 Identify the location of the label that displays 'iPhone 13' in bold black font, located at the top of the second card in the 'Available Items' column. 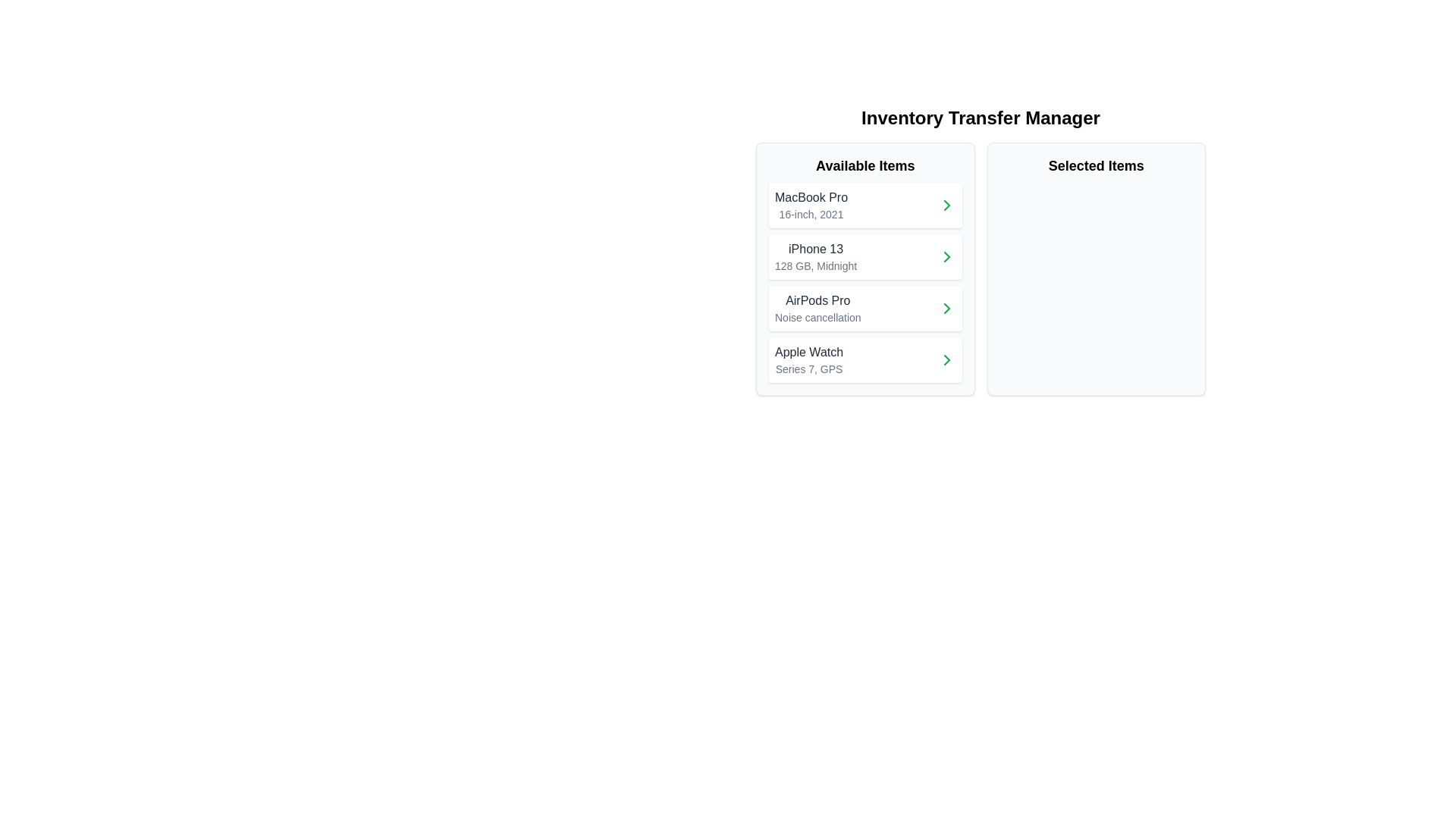
(815, 248).